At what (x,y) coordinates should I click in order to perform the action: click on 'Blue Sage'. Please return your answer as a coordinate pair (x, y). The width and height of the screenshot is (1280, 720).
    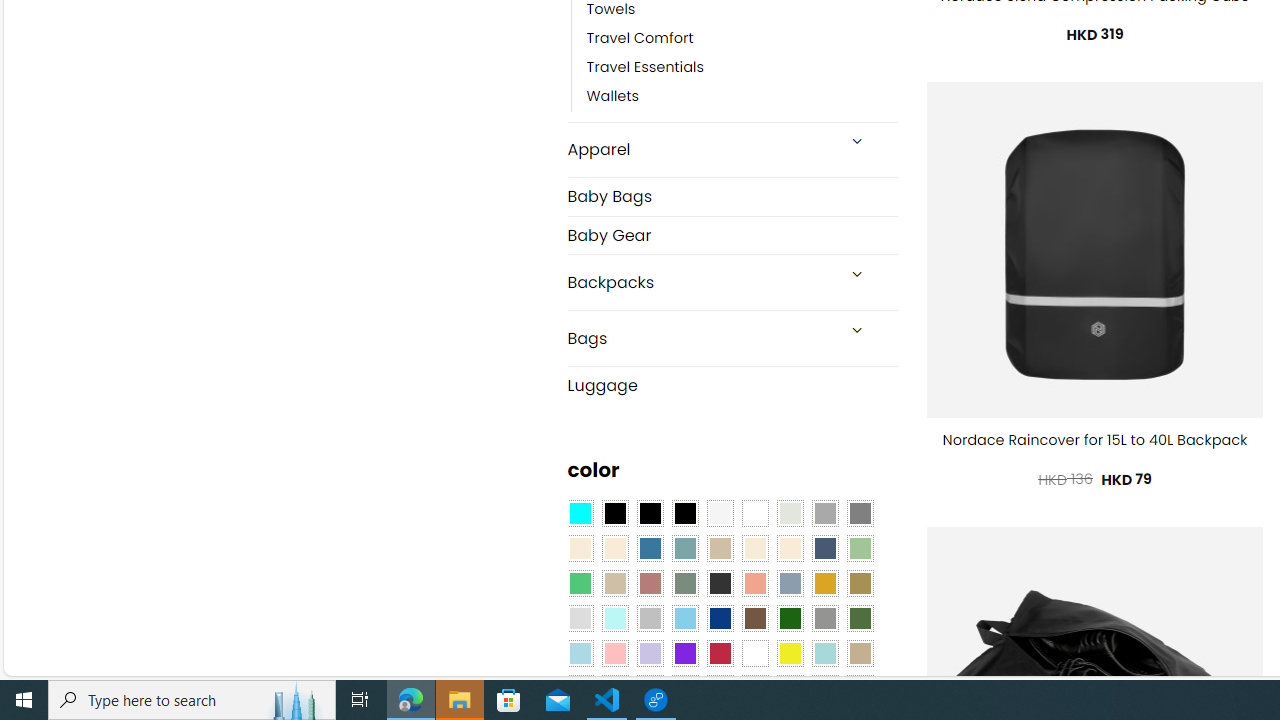
    Looking at the image, I should click on (684, 549).